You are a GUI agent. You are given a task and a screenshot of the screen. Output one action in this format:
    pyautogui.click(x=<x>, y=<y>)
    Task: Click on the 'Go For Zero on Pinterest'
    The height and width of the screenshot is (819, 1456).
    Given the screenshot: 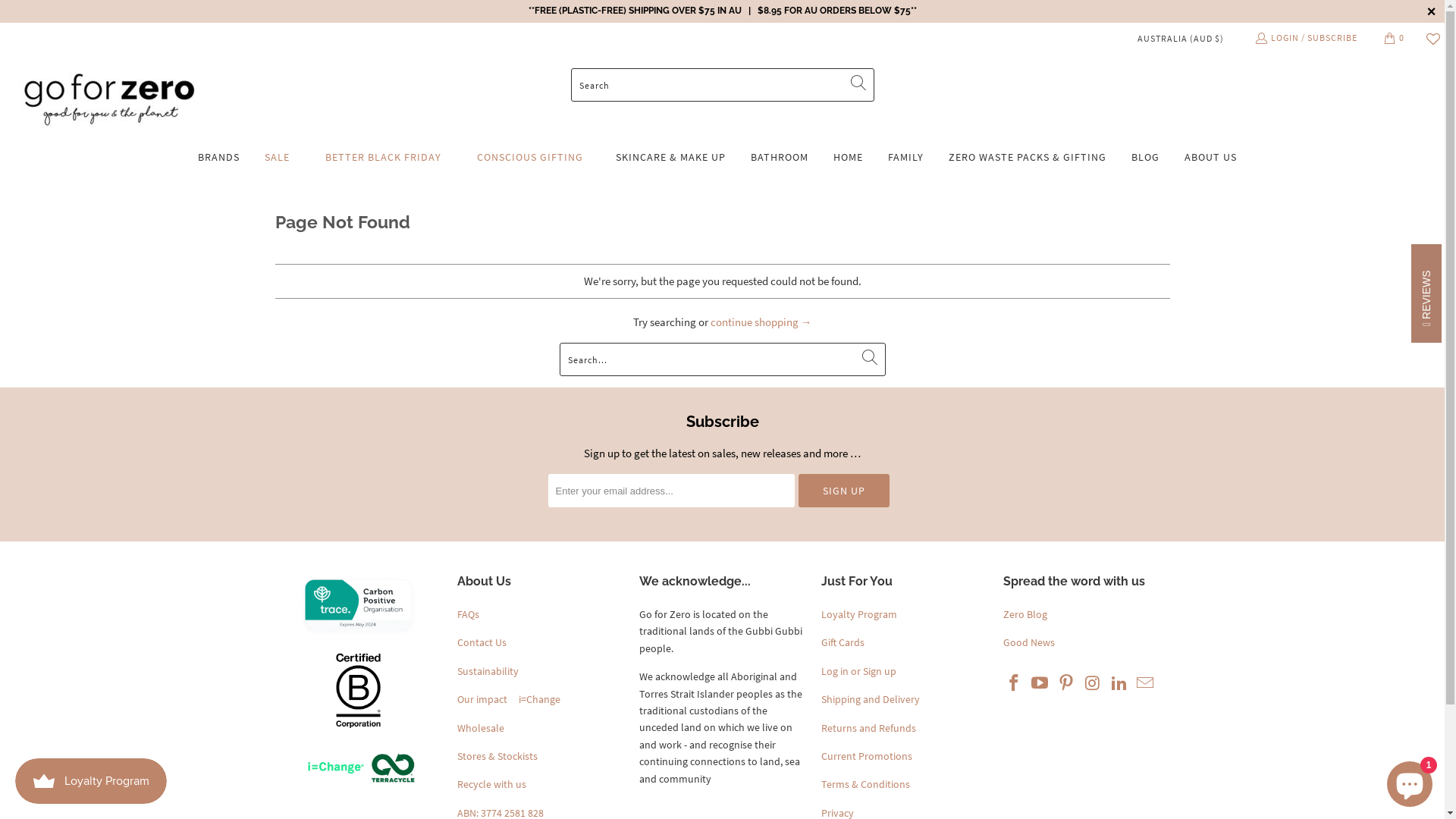 What is the action you would take?
    pyautogui.click(x=1065, y=683)
    